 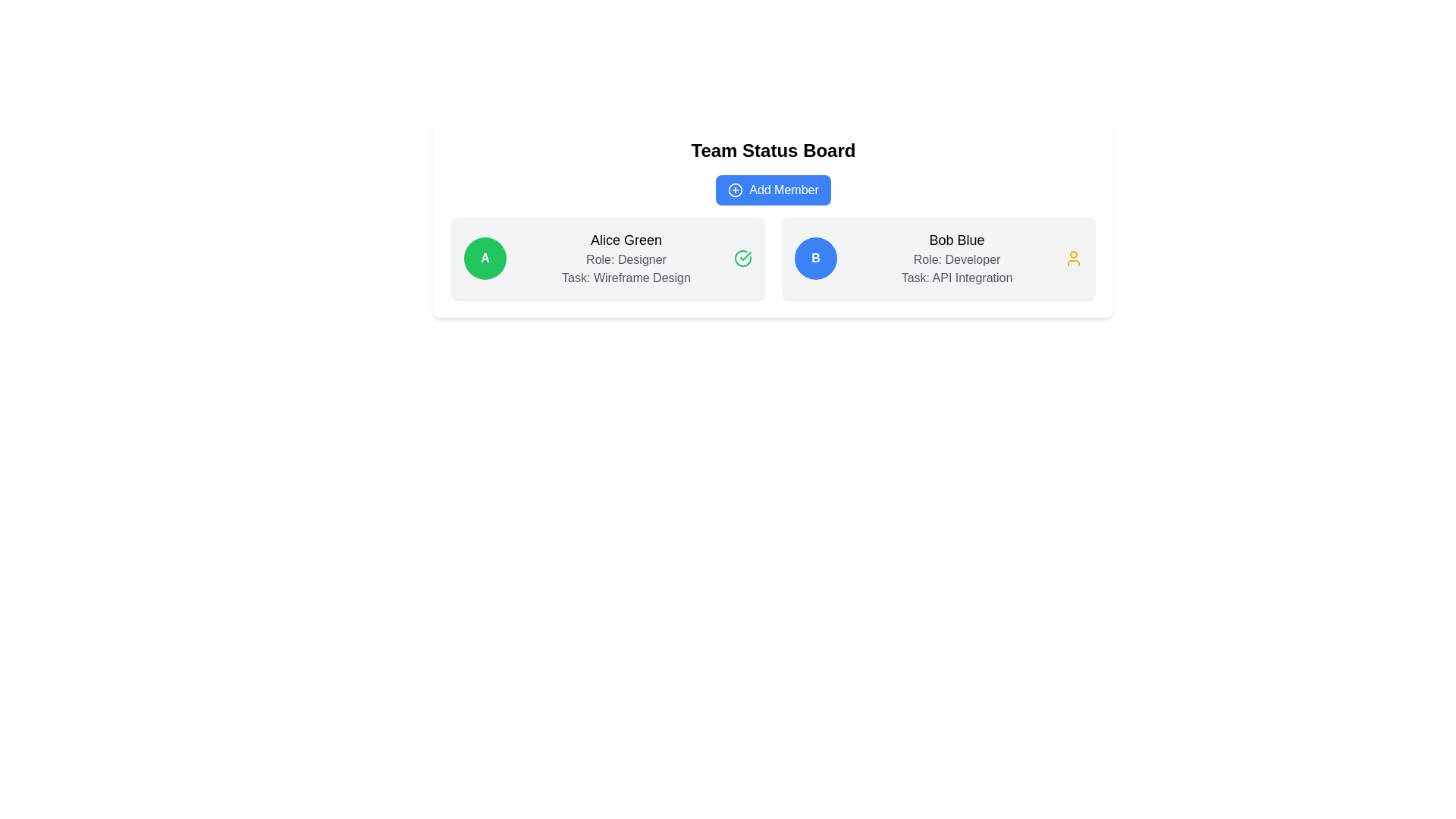 I want to click on the profile summary display in the Team Status Board section, located to the right of the blue circular avatar with the letter 'B', so click(x=956, y=257).